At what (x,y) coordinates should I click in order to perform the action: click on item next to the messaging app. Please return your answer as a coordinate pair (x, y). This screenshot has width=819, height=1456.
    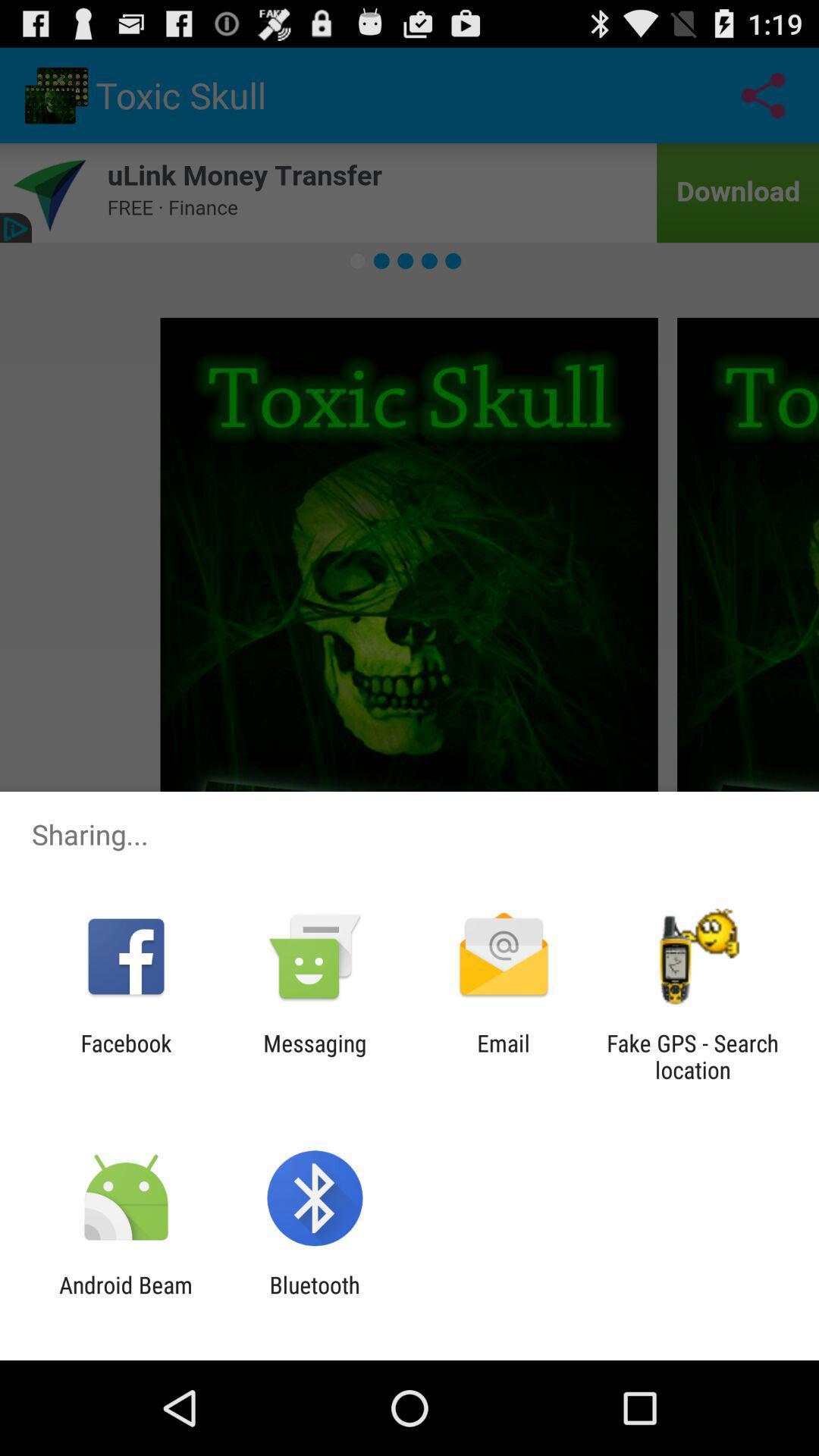
    Looking at the image, I should click on (125, 1056).